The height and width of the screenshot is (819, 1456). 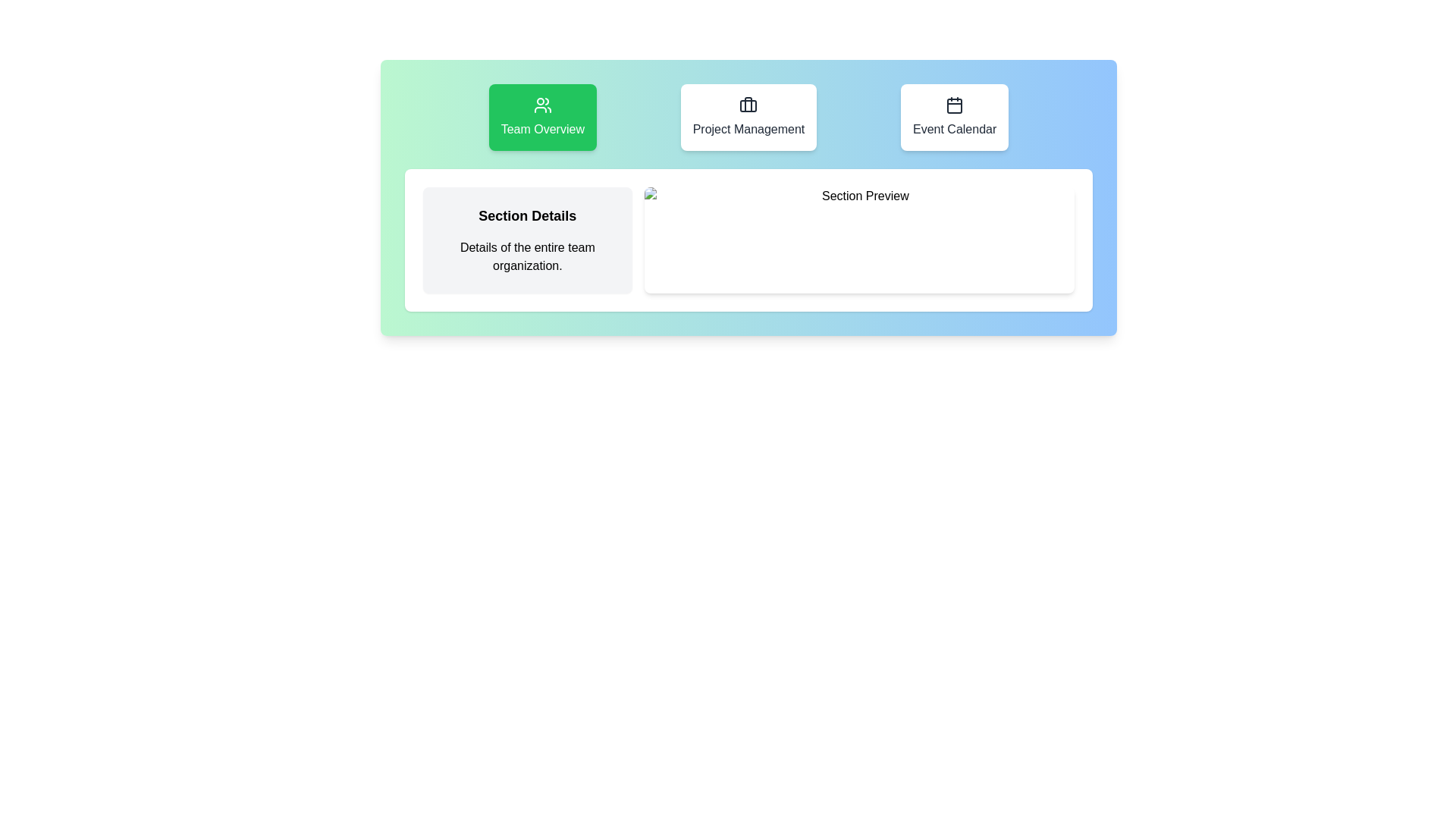 What do you see at coordinates (748, 104) in the screenshot?
I see `the vertical line in the middle of the suitcase icon representing project management functionality` at bounding box center [748, 104].